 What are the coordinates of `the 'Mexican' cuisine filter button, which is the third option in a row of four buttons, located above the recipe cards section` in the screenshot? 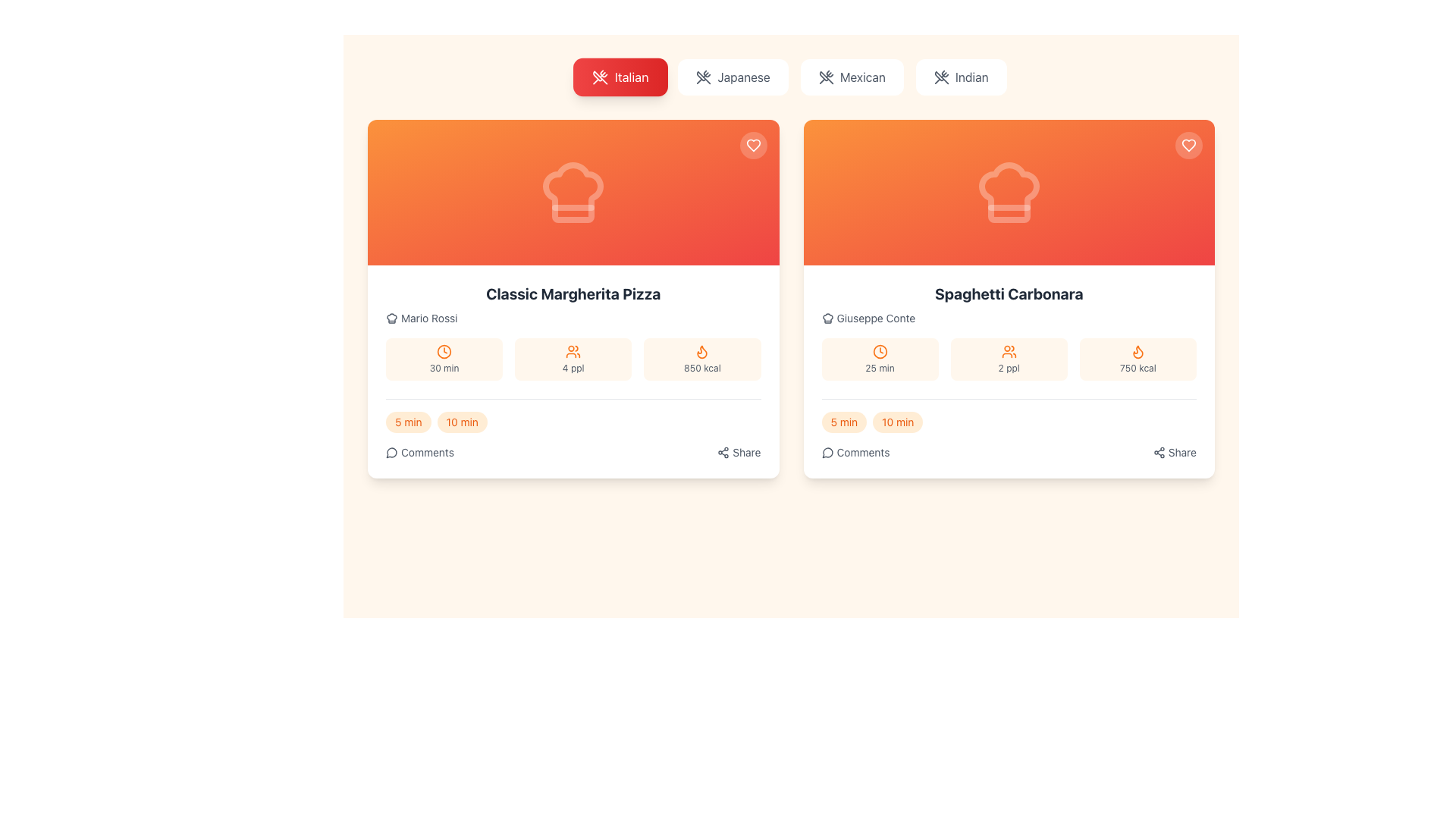 It's located at (852, 77).